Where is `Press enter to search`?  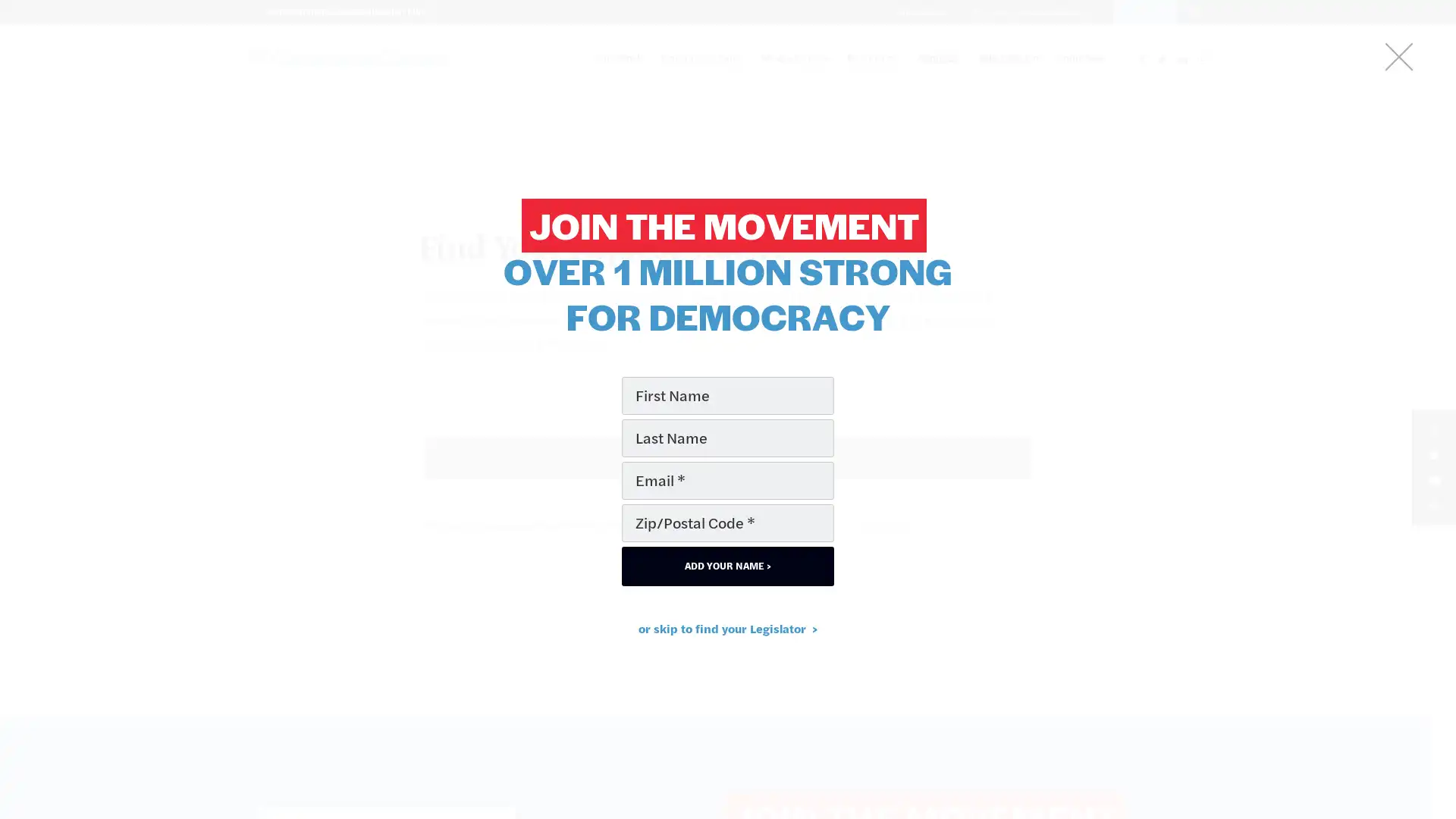
Press enter to search is located at coordinates (726, 491).